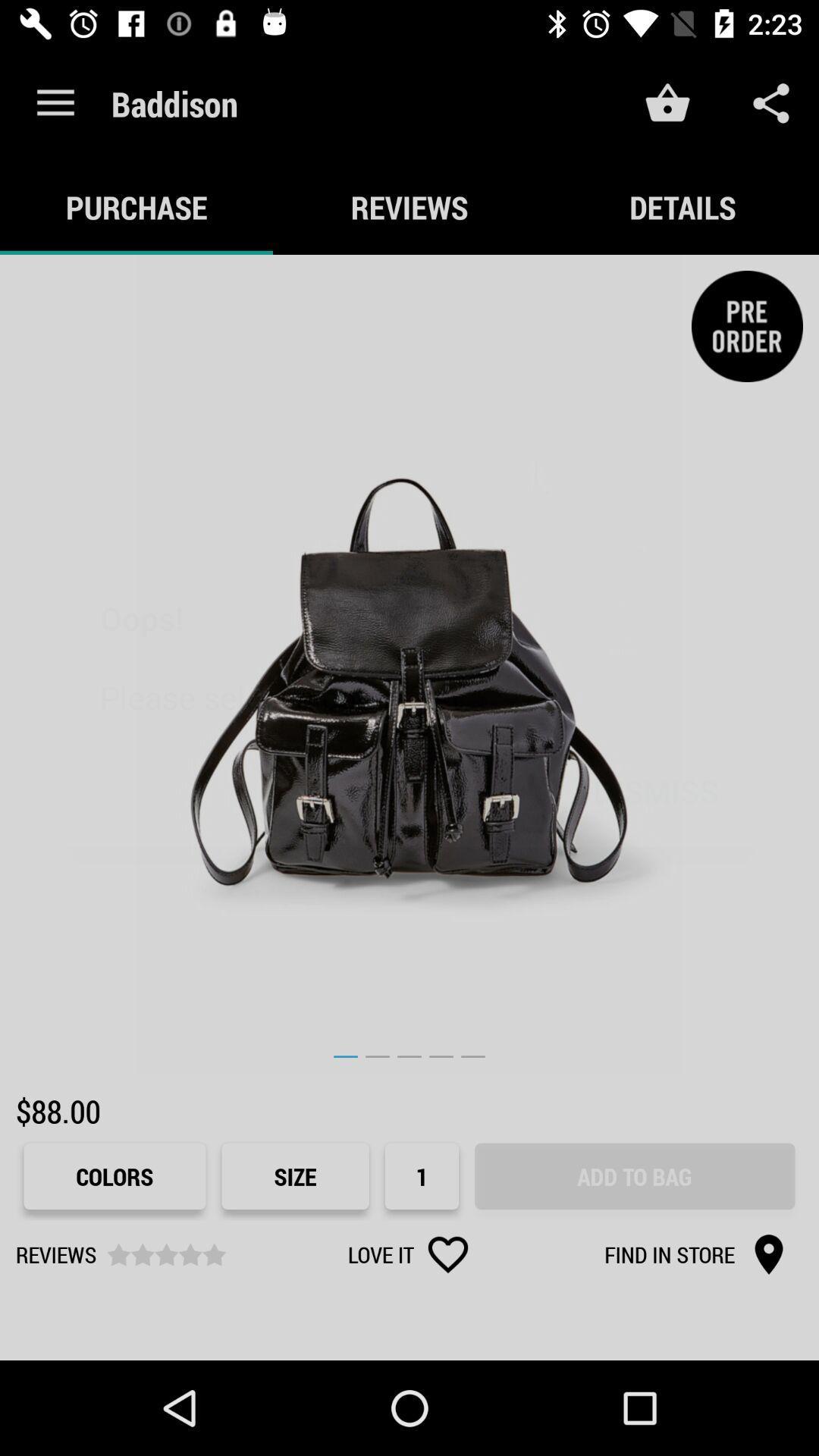 The width and height of the screenshot is (819, 1456). What do you see at coordinates (409, 664) in the screenshot?
I see `the icon above the $88.00 icon` at bounding box center [409, 664].